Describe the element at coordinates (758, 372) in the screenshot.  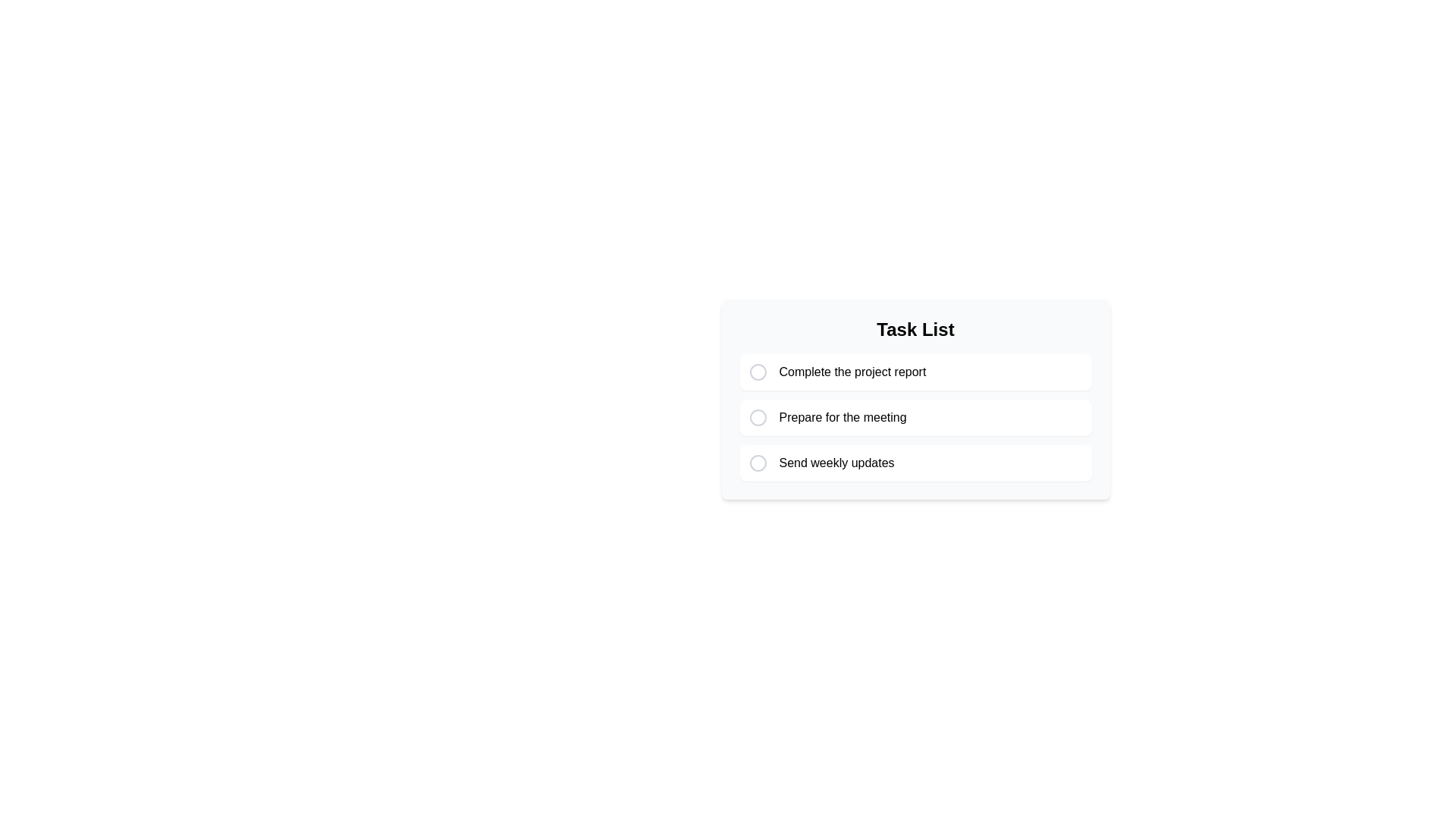
I see `the circular outline icon with a gray stroke` at that location.